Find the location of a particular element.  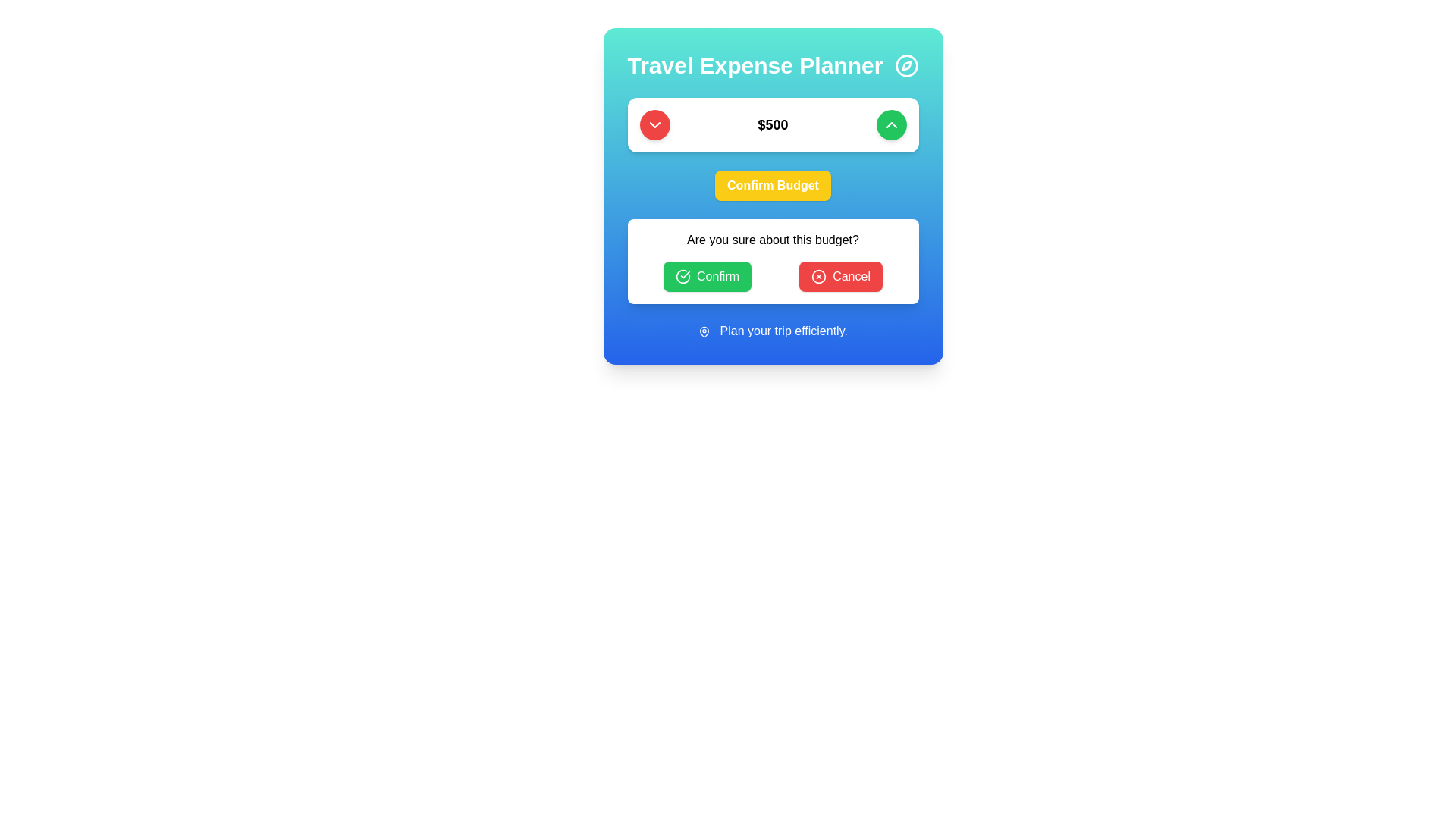

the confirm budget button located centrally within the white card interface is located at coordinates (773, 185).